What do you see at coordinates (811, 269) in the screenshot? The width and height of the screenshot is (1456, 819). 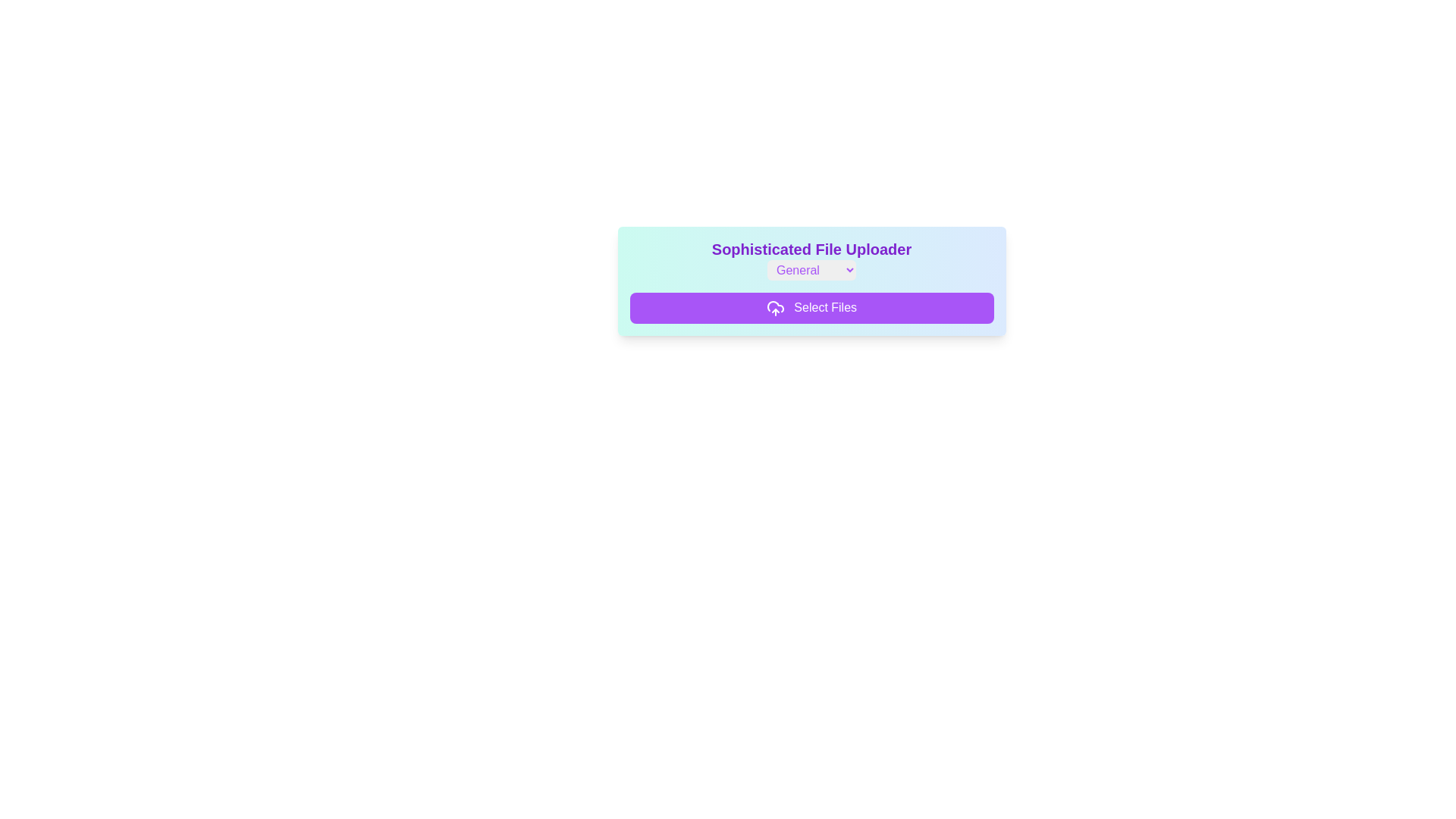 I see `the dropdown menu labeled 'General' with light purple text` at bounding box center [811, 269].